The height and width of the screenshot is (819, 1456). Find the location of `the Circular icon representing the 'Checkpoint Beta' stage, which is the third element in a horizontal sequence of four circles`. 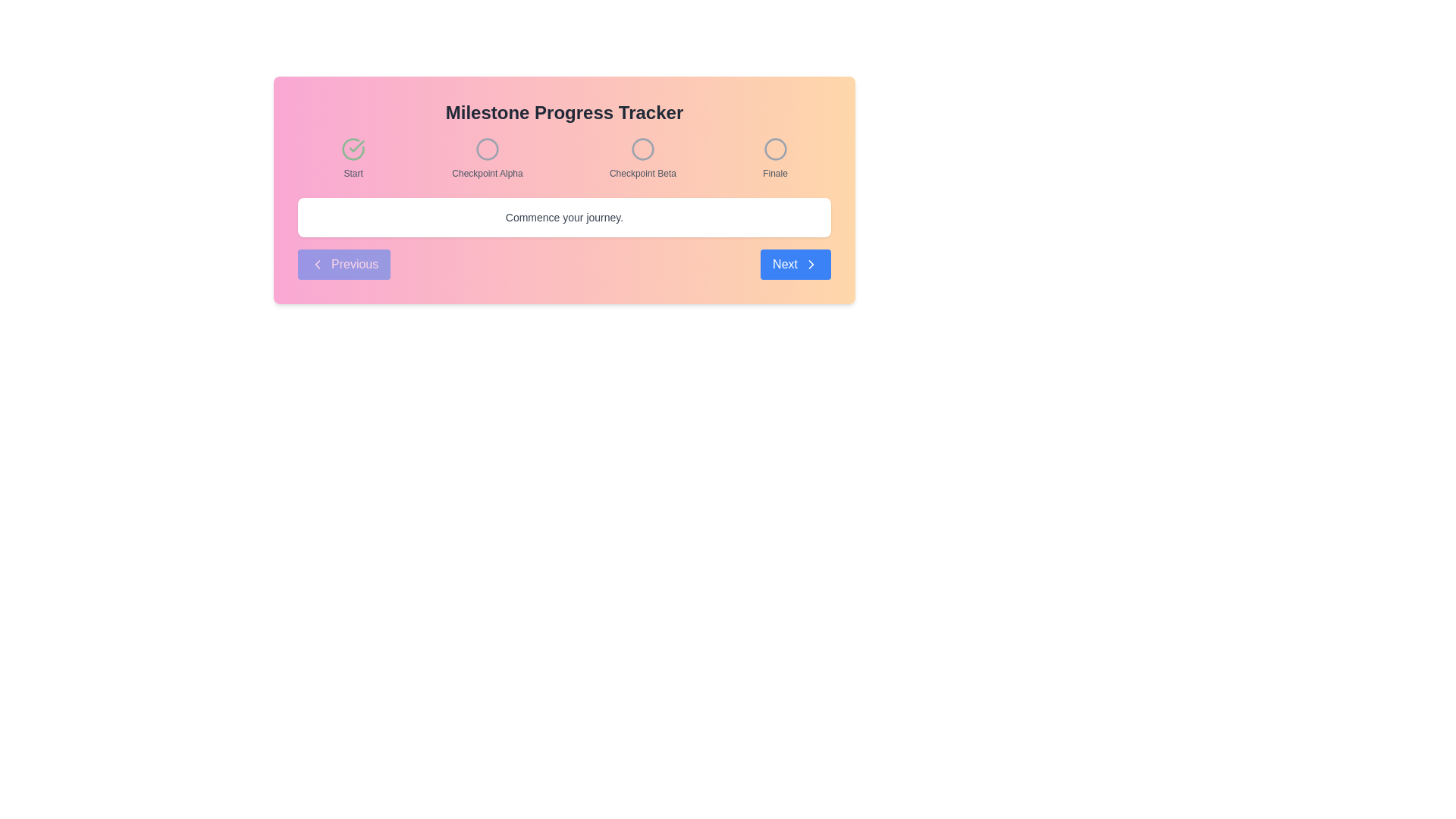

the Circular icon representing the 'Checkpoint Beta' stage, which is the third element in a horizontal sequence of four circles is located at coordinates (642, 149).